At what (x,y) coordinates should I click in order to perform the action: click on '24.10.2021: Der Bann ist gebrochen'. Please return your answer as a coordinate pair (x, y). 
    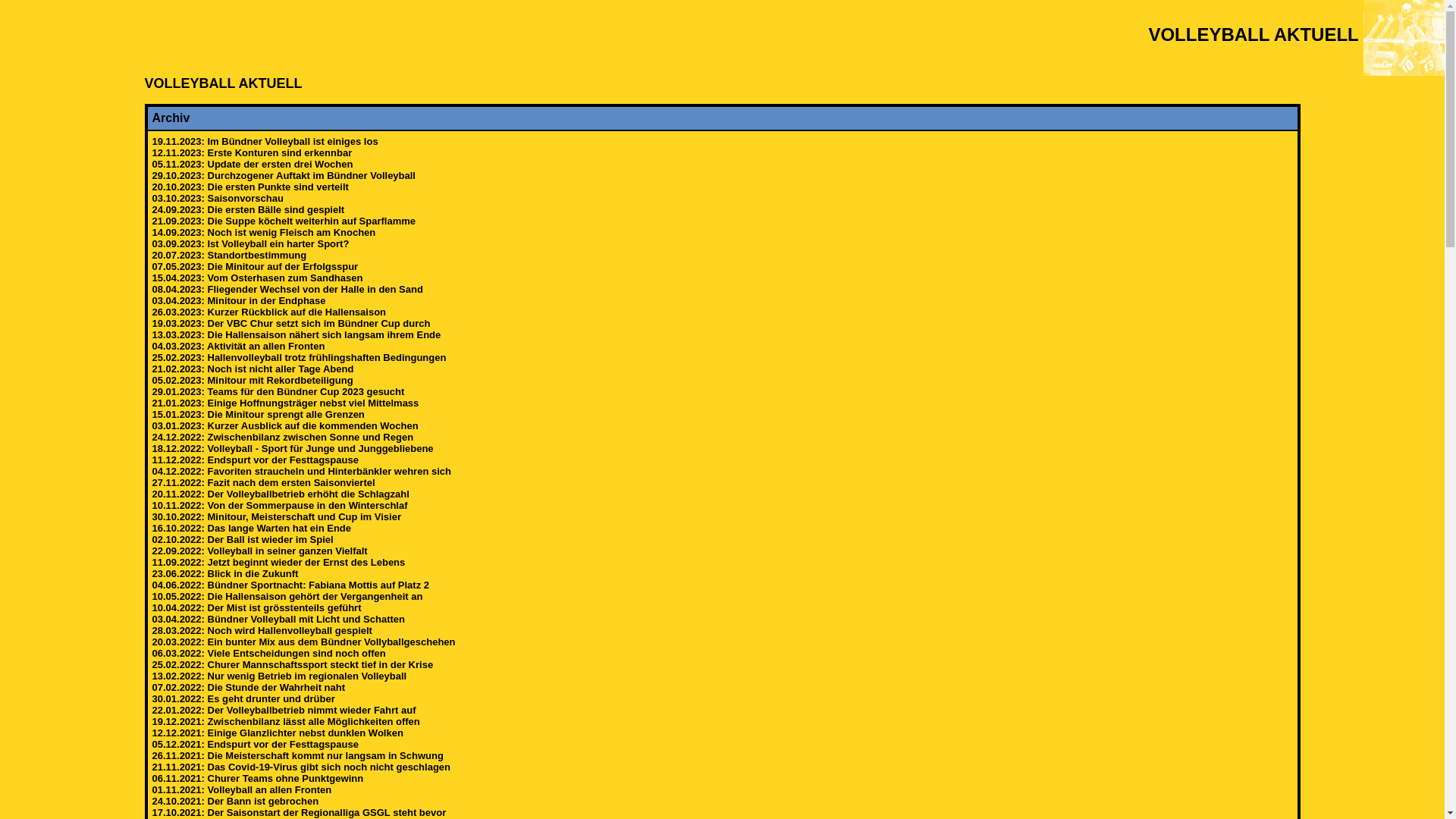
    Looking at the image, I should click on (152, 800).